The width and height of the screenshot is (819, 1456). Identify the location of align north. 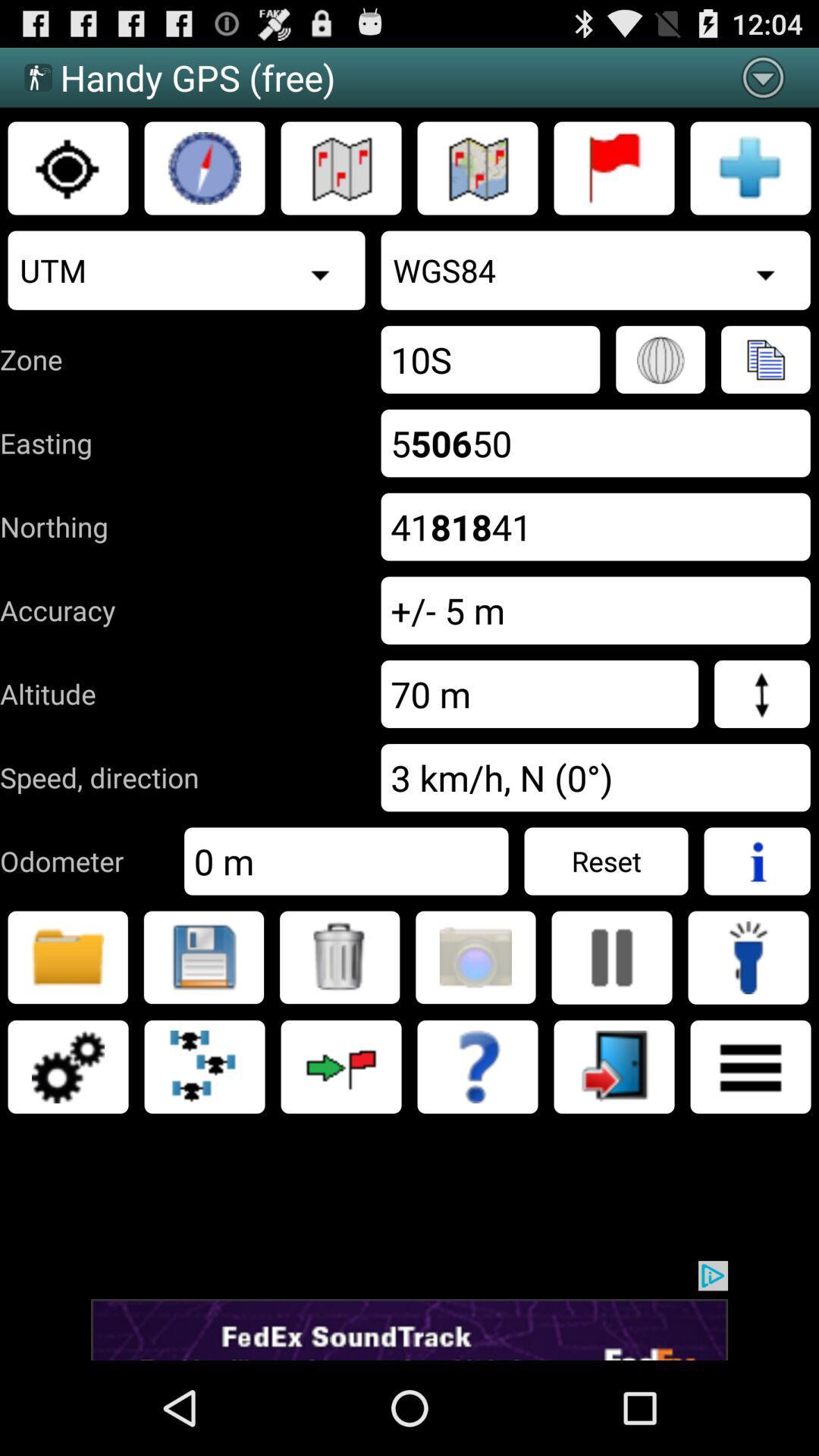
(205, 168).